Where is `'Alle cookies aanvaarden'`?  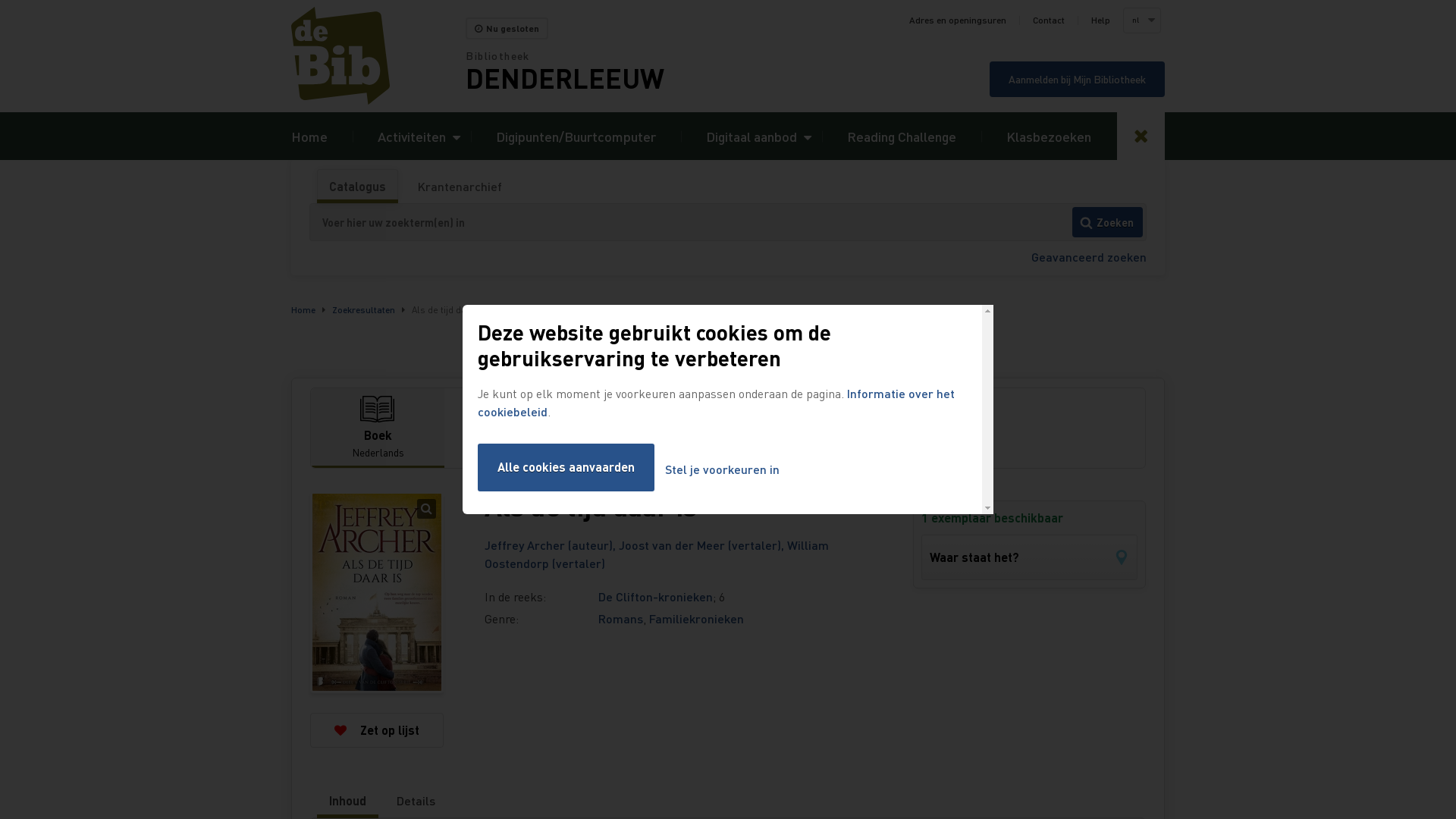
'Alle cookies aanvaarden' is located at coordinates (565, 466).